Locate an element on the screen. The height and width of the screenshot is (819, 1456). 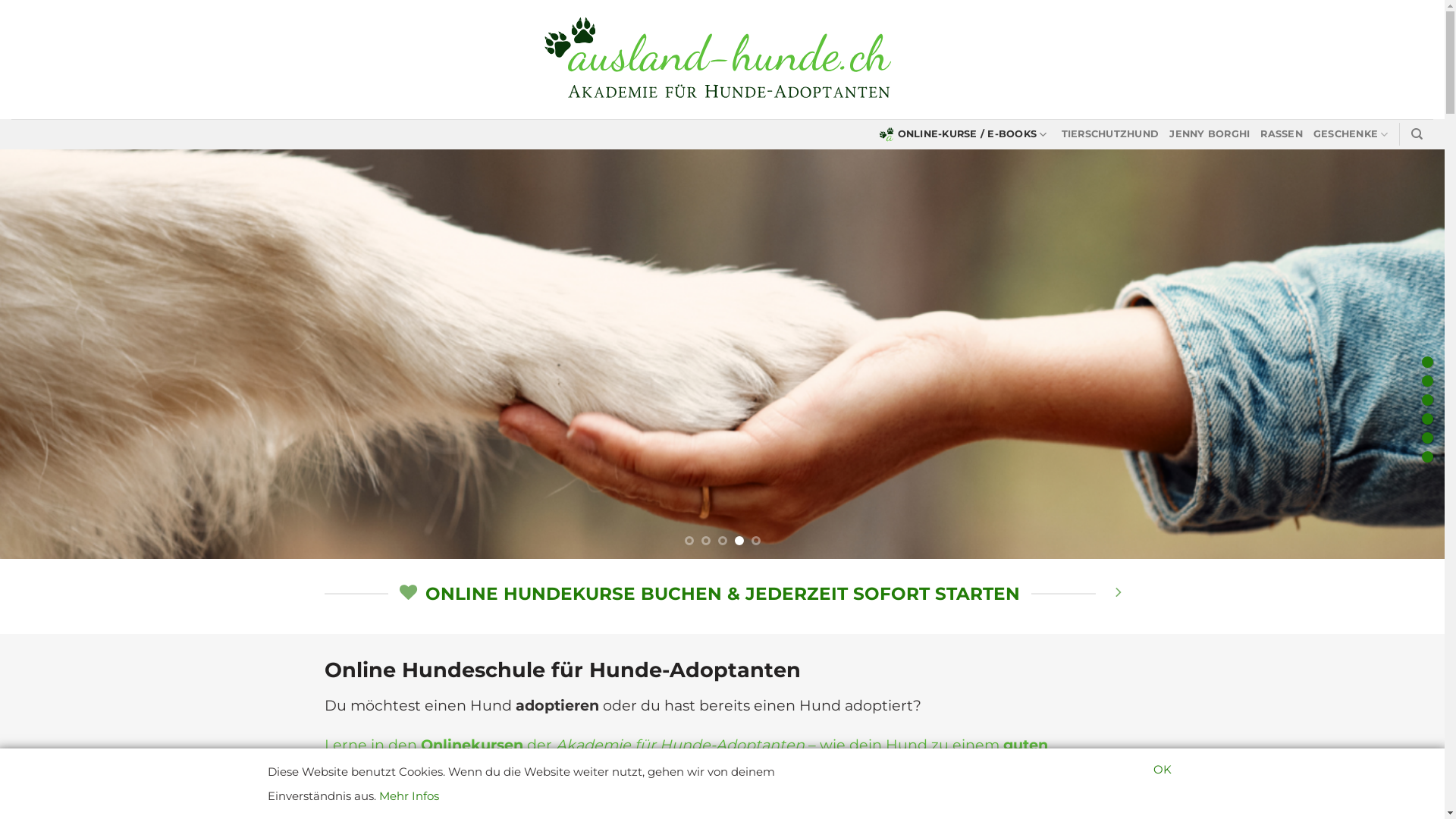
'RASSEN' is located at coordinates (1280, 133).